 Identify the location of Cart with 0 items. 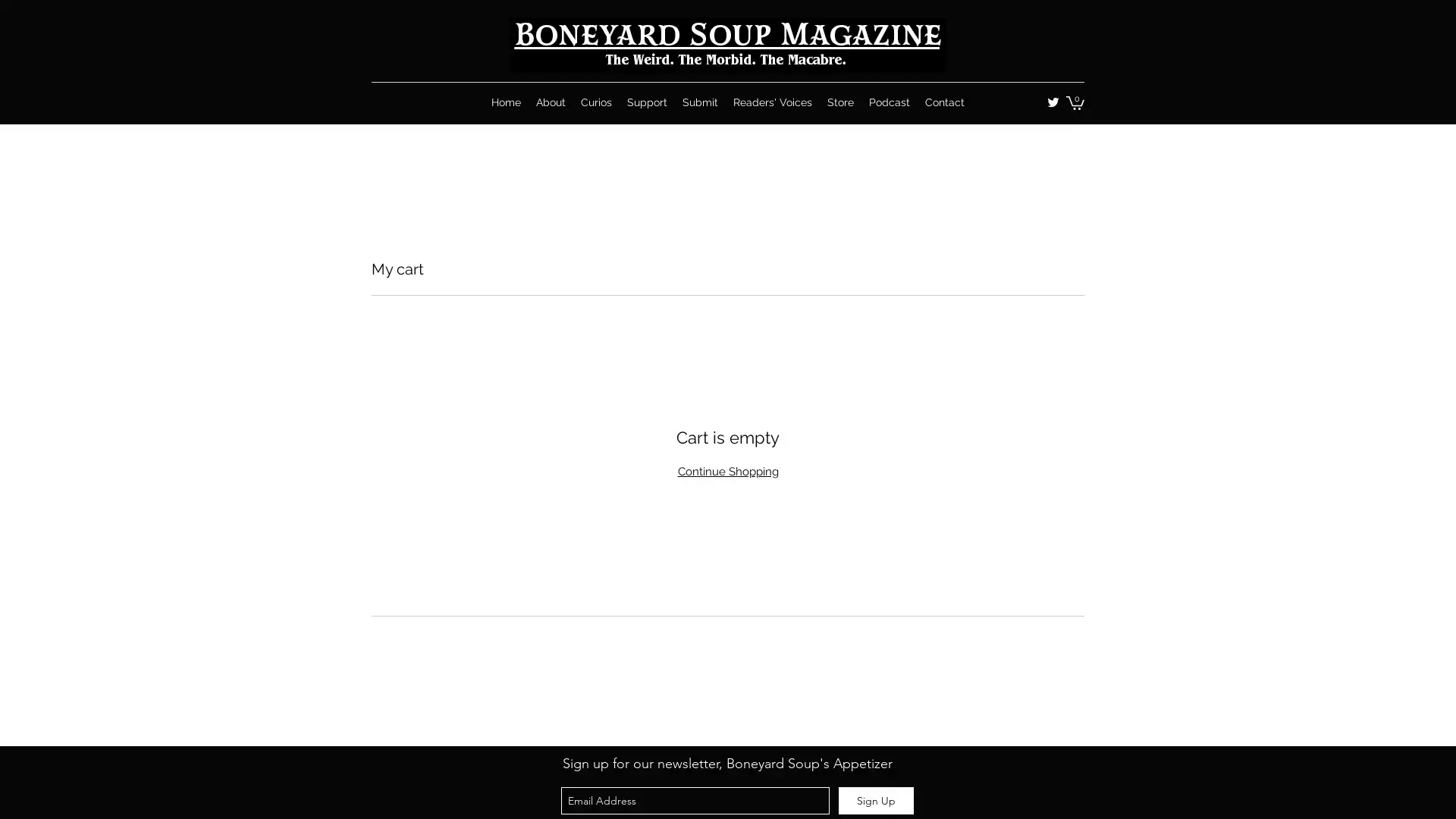
(1074, 102).